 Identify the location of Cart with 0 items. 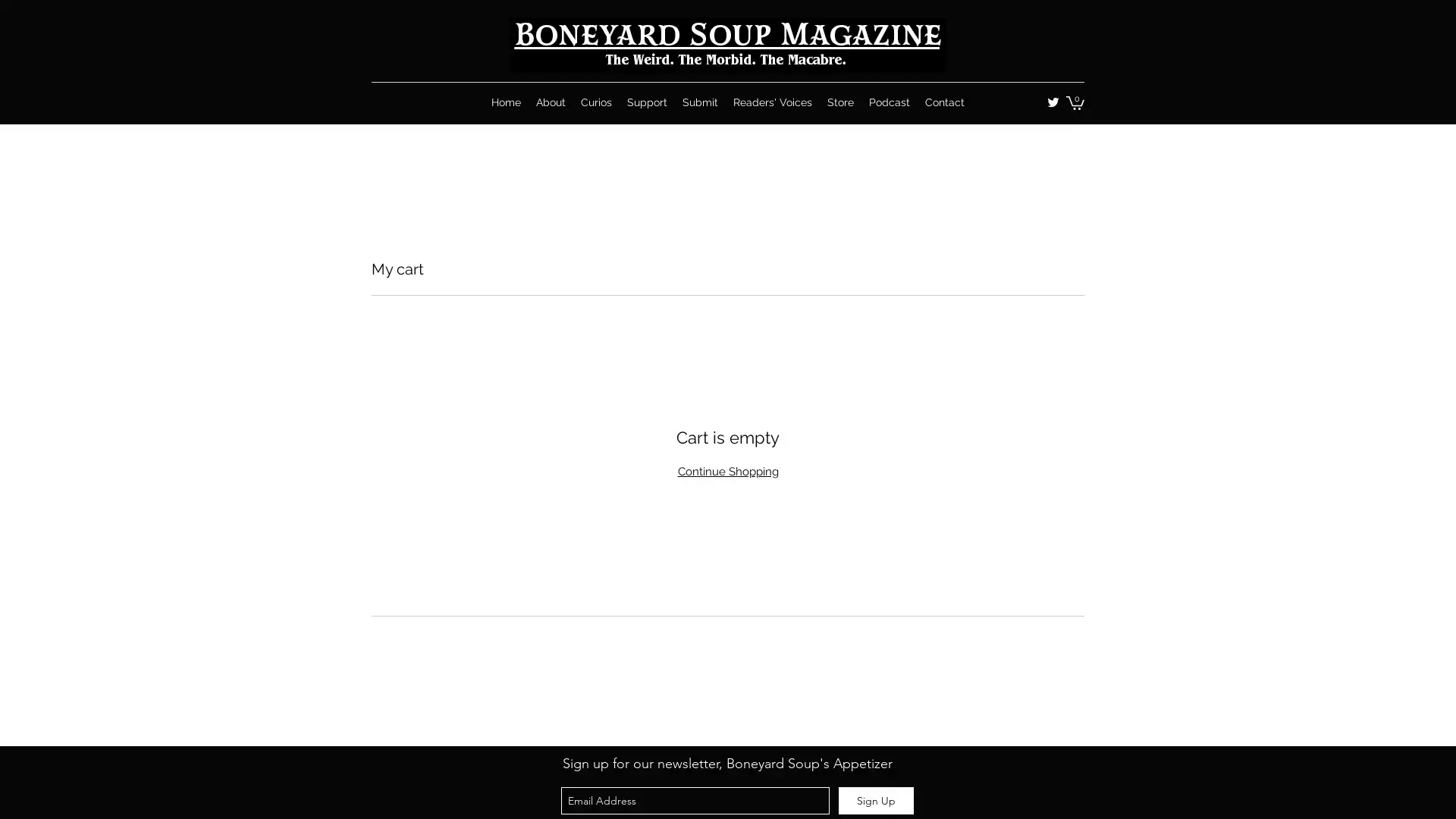
(1074, 102).